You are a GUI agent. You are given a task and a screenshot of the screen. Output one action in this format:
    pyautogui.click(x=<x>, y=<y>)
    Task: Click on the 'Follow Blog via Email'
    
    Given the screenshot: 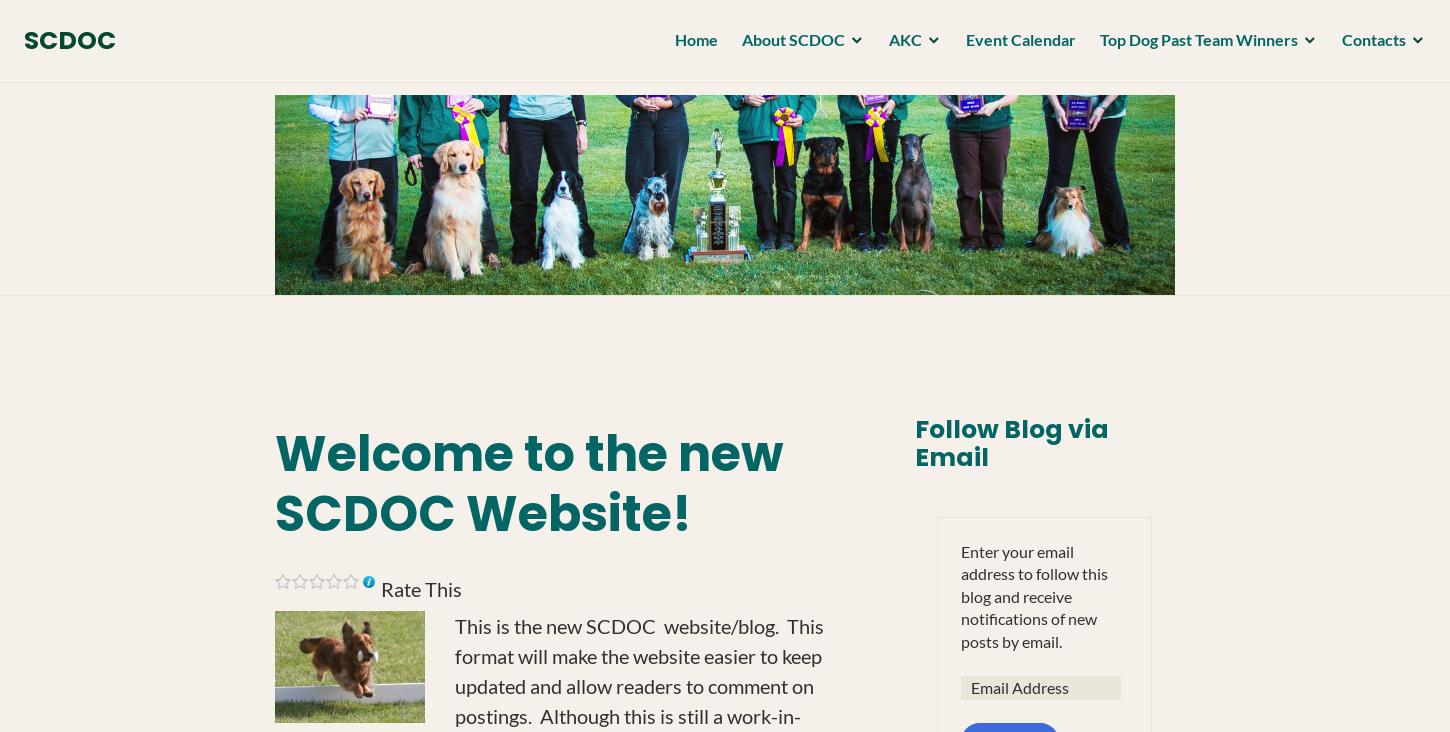 What is the action you would take?
    pyautogui.click(x=912, y=442)
    